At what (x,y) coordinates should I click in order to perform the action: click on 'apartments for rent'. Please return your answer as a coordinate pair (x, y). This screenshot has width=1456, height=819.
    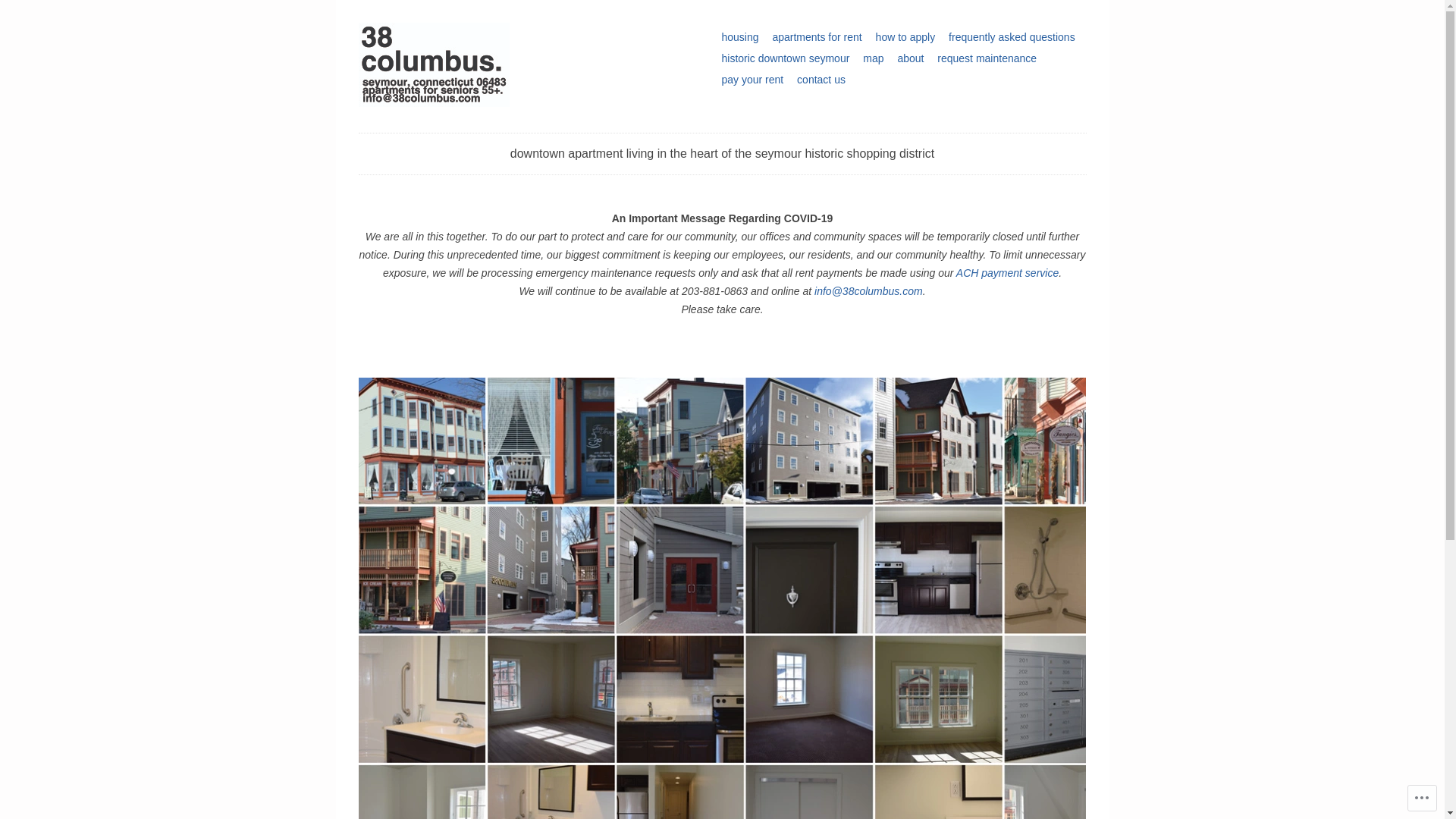
    Looking at the image, I should click on (767, 36).